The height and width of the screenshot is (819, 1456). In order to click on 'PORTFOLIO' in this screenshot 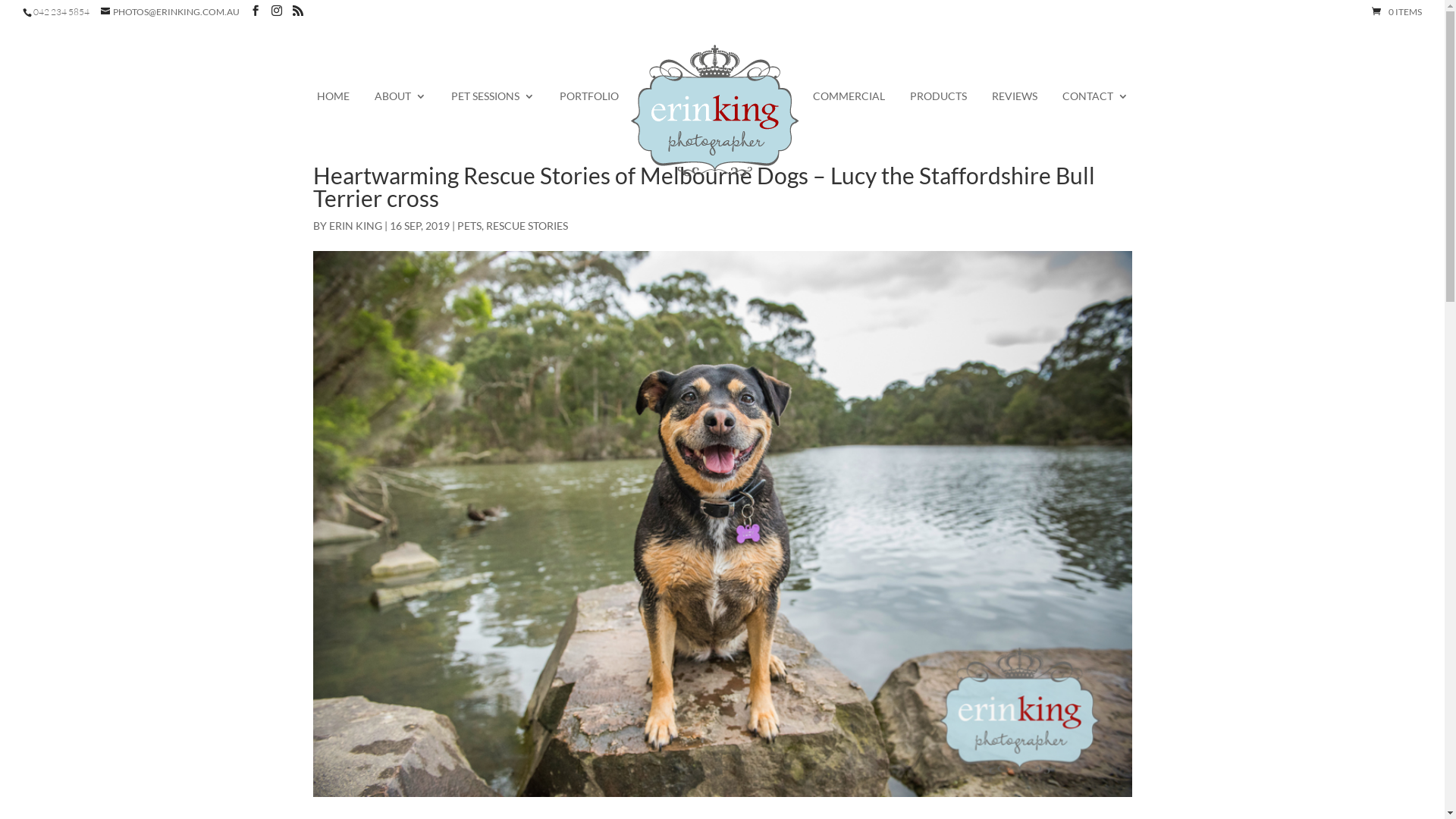, I will do `click(588, 105)`.